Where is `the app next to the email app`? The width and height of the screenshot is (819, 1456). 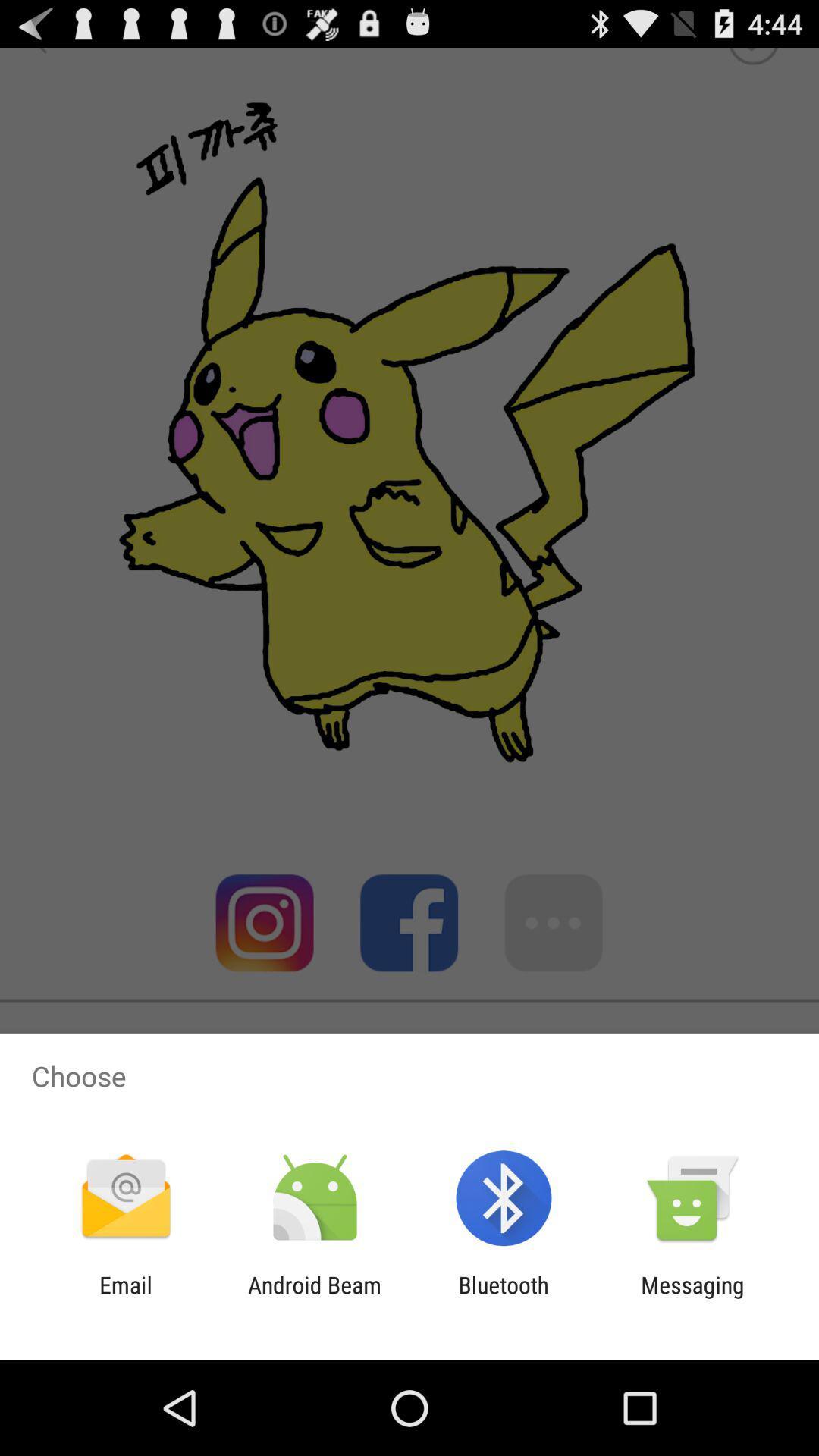 the app next to the email app is located at coordinates (314, 1298).